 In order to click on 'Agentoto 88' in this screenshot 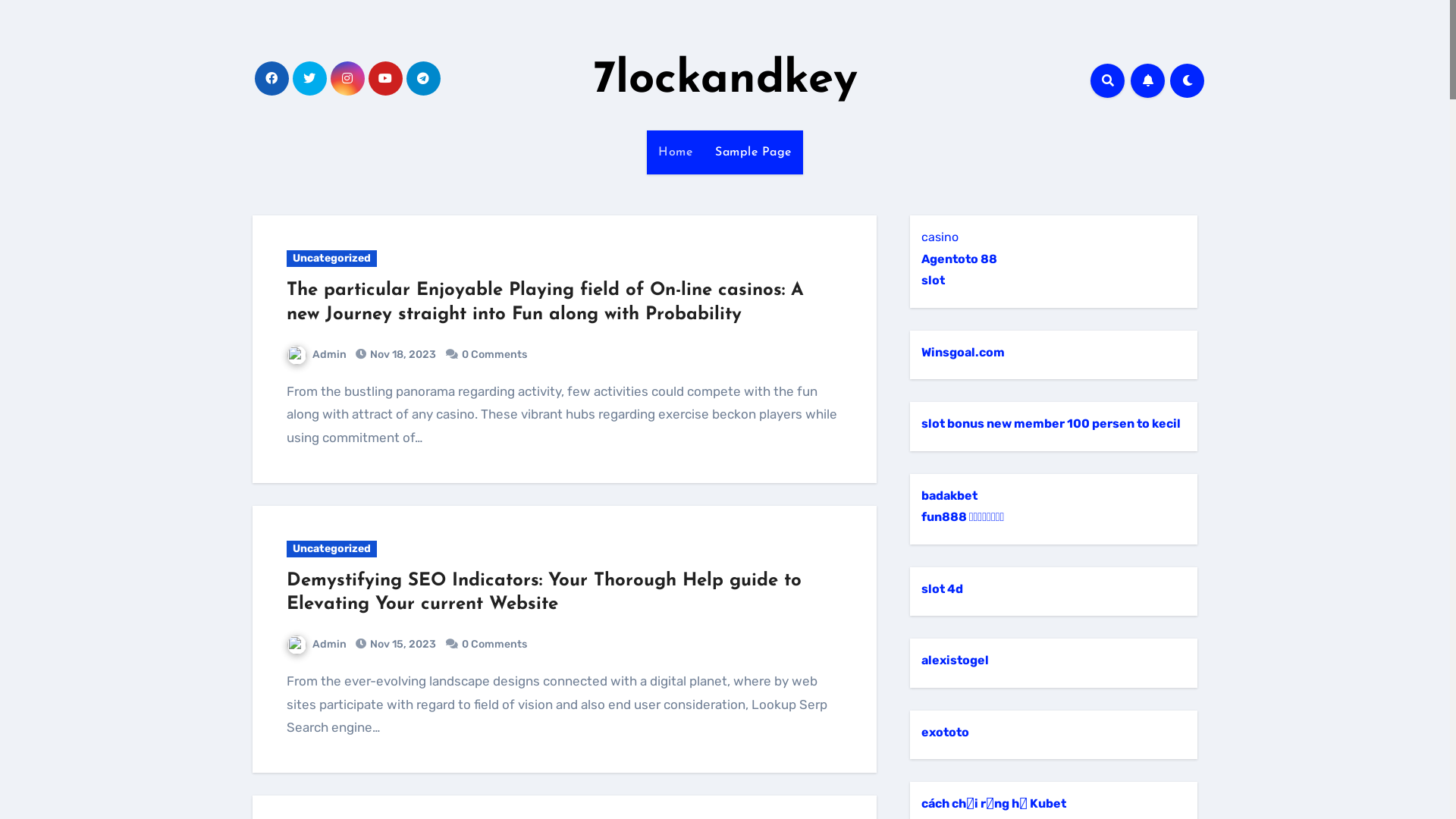, I will do `click(920, 258)`.